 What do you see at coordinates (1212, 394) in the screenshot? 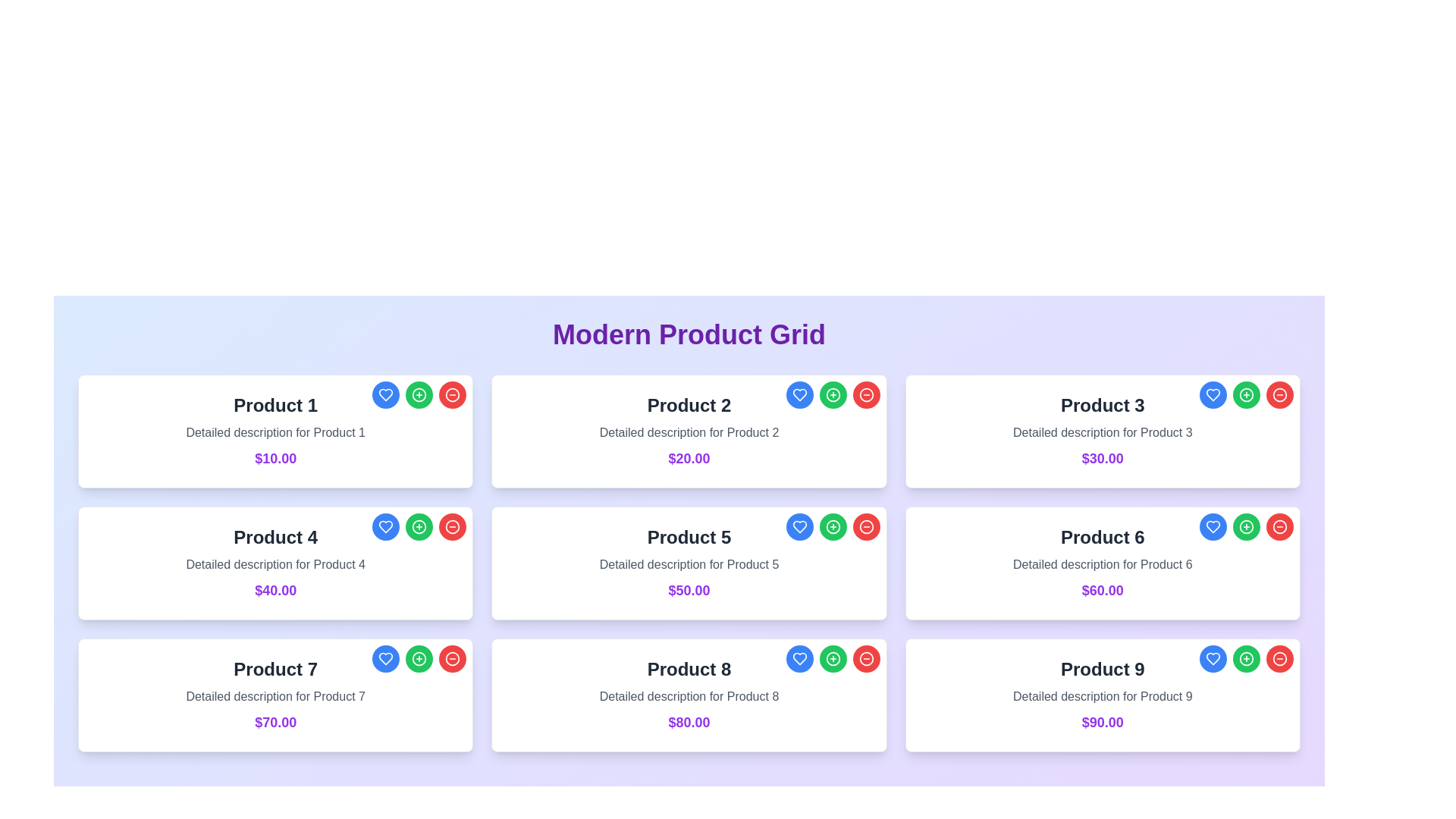
I see `the blue heart-shaped icon in the top-right corner of the 'Product 3' card to trigger the tooltip or visual effect` at bounding box center [1212, 394].